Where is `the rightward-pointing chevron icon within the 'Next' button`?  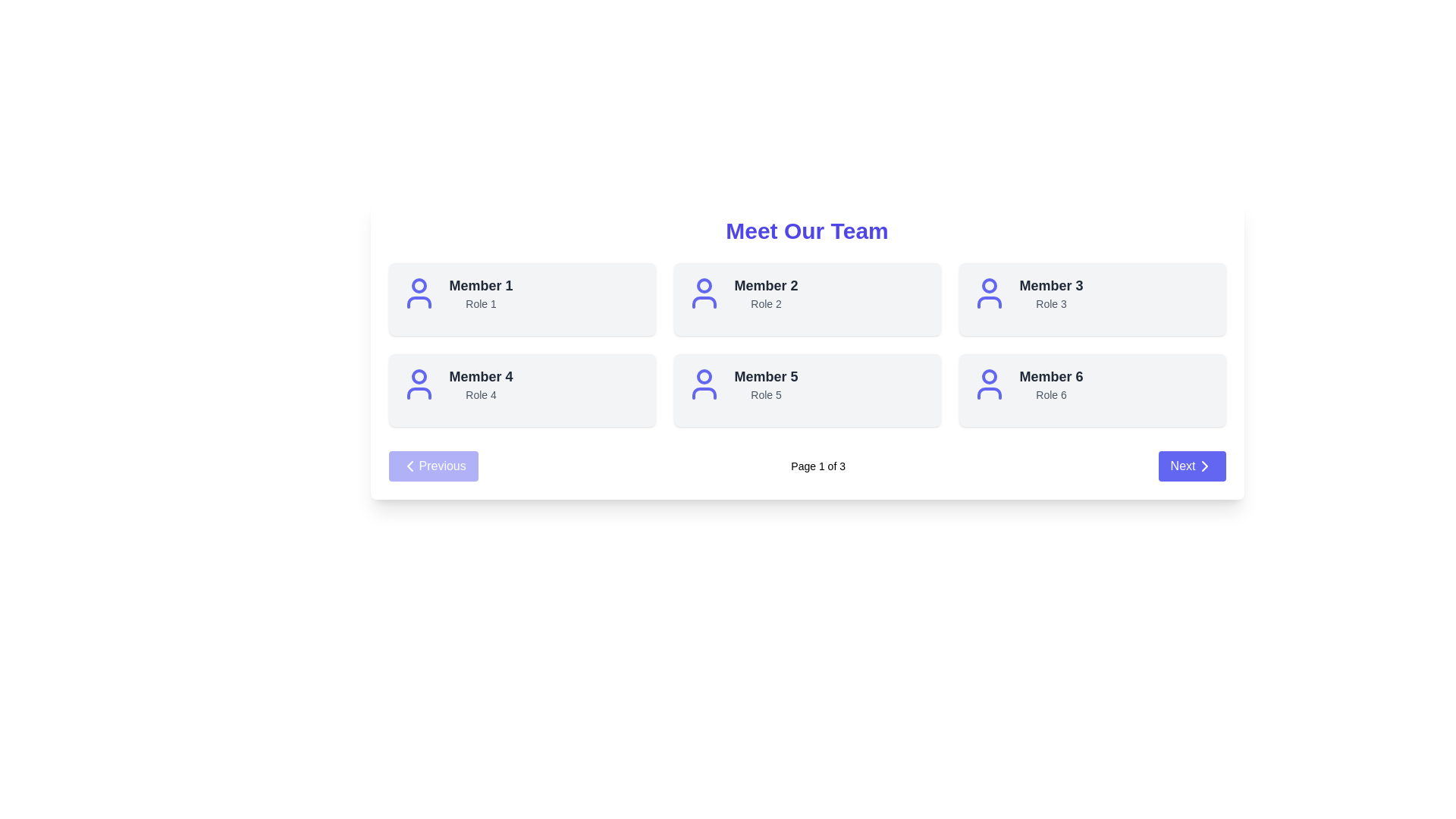 the rightward-pointing chevron icon within the 'Next' button is located at coordinates (1203, 465).